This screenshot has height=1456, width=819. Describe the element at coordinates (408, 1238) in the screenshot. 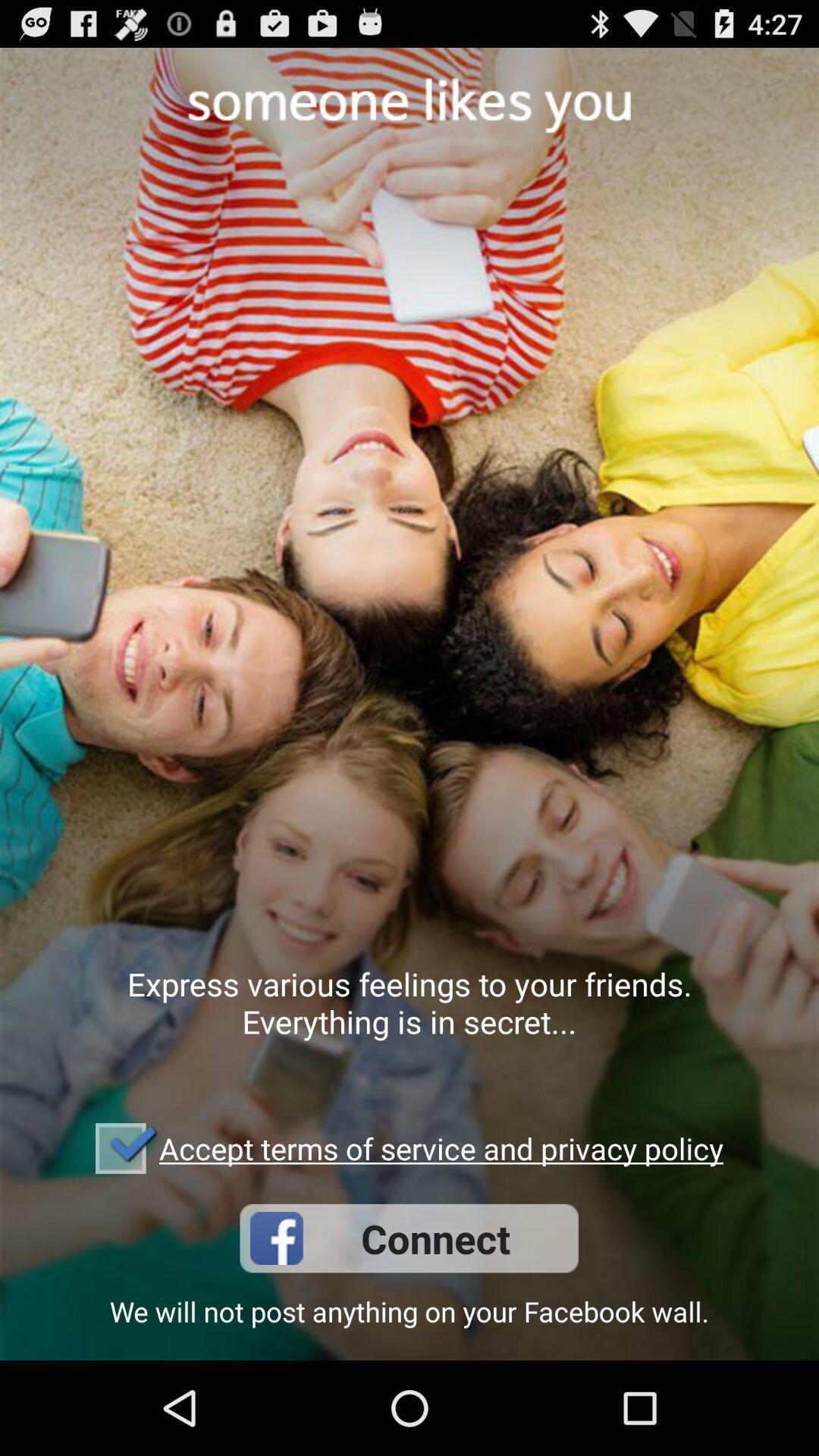

I see `app above we will not` at that location.